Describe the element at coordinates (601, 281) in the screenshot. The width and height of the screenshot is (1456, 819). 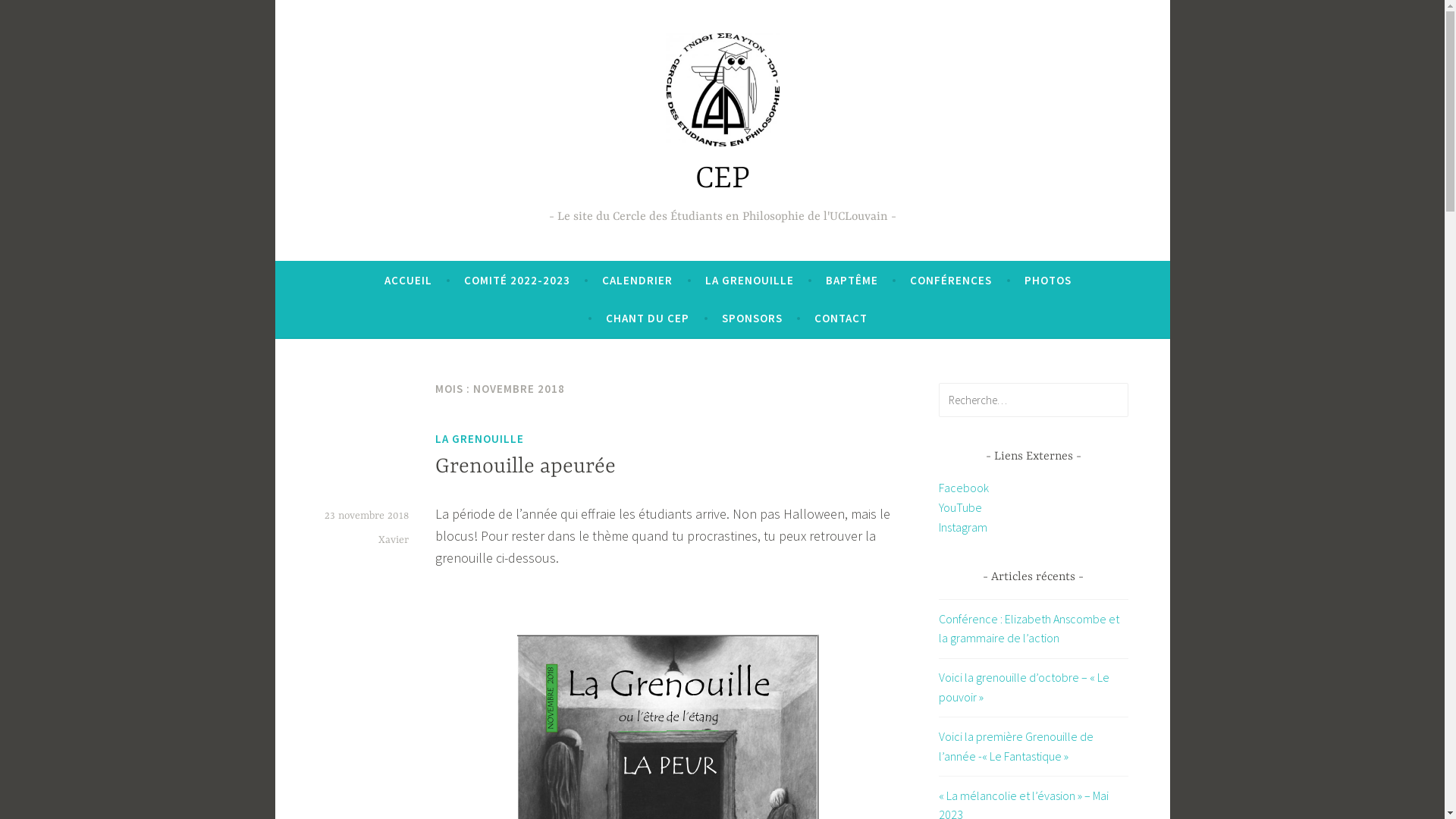
I see `'CALENDRIER'` at that location.